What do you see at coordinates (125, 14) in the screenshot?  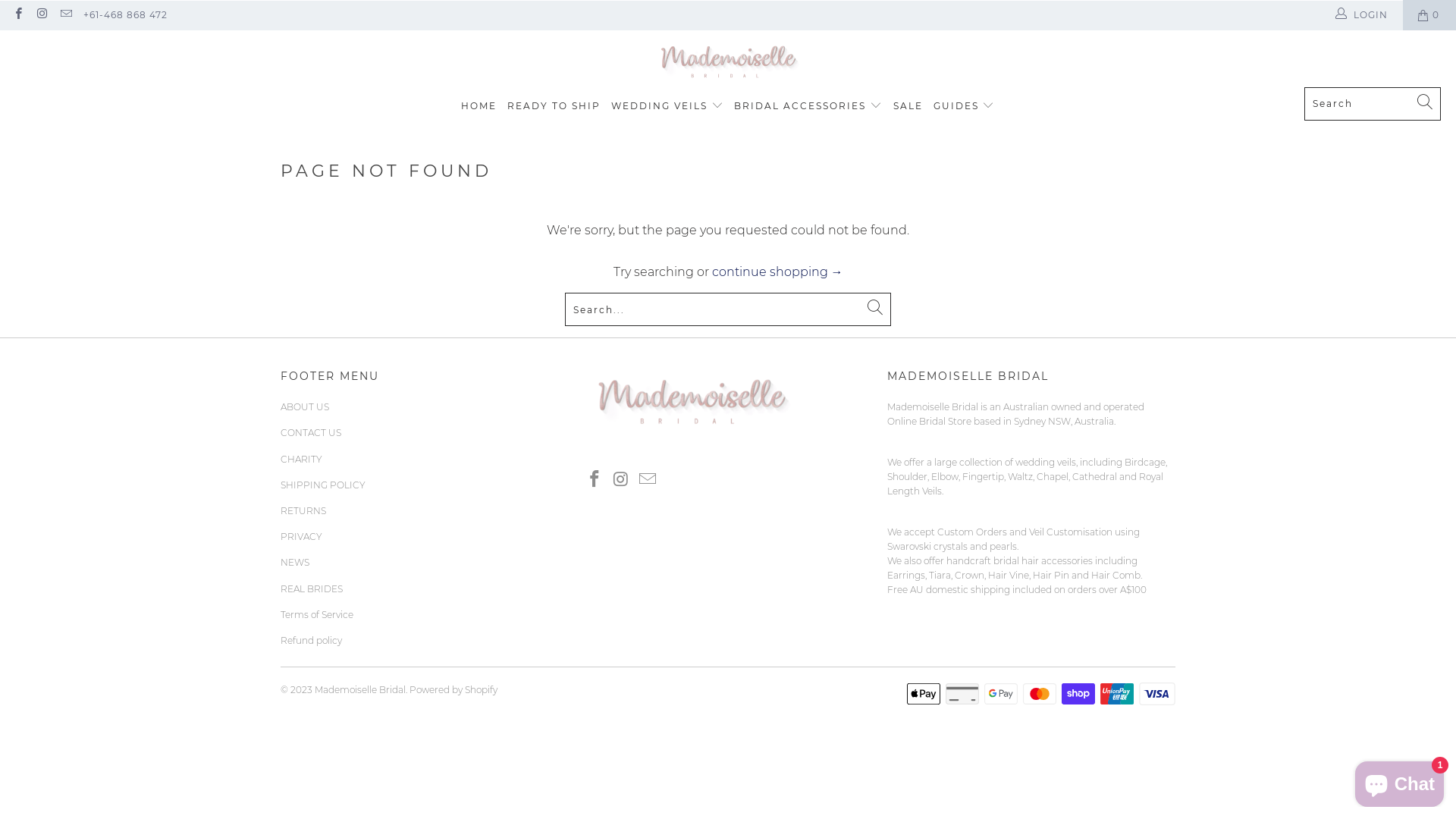 I see `'+61-468 868 472'` at bounding box center [125, 14].